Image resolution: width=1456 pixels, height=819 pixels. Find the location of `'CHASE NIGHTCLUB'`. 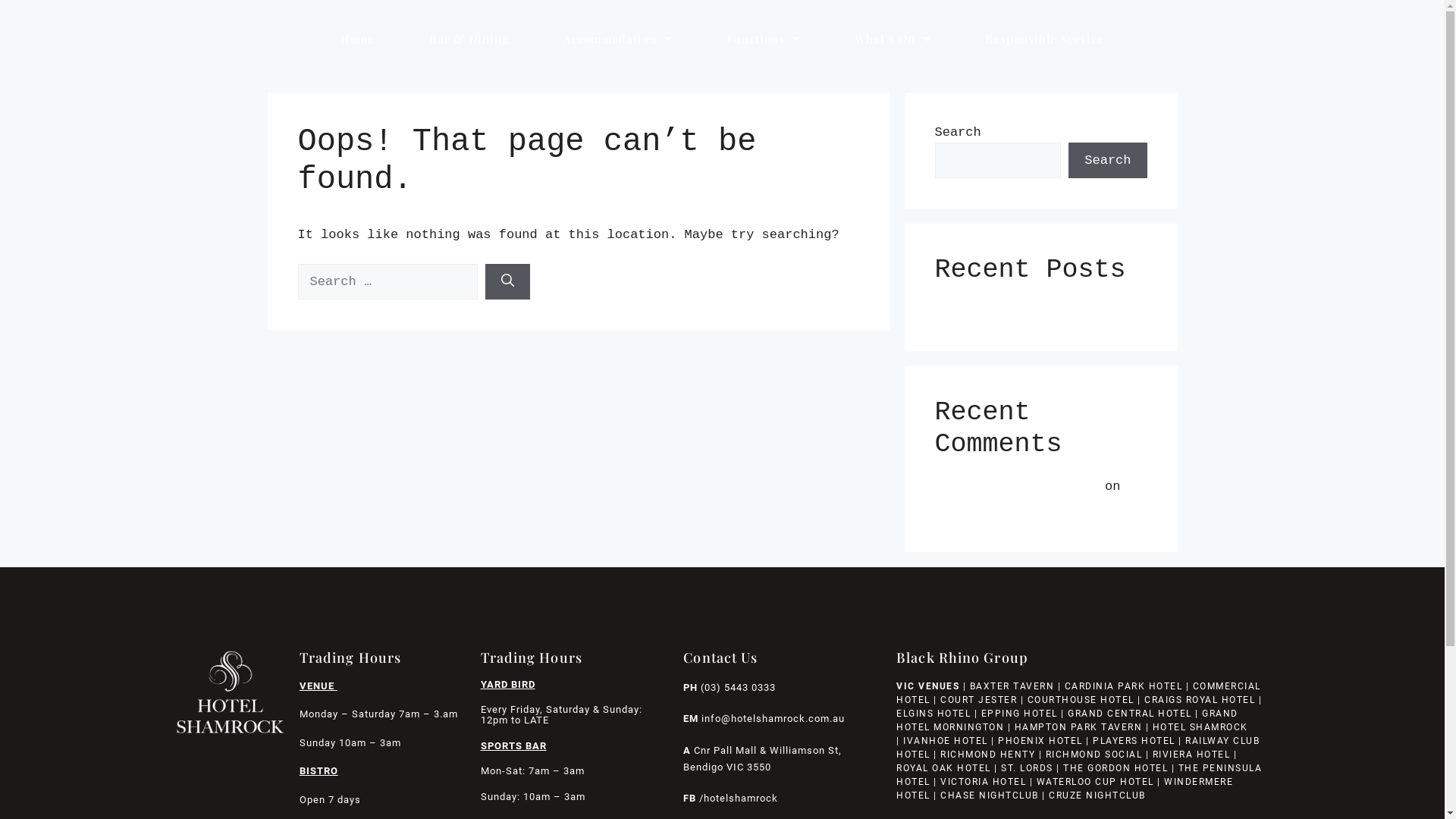

'CHASE NIGHTCLUB' is located at coordinates (990, 795).